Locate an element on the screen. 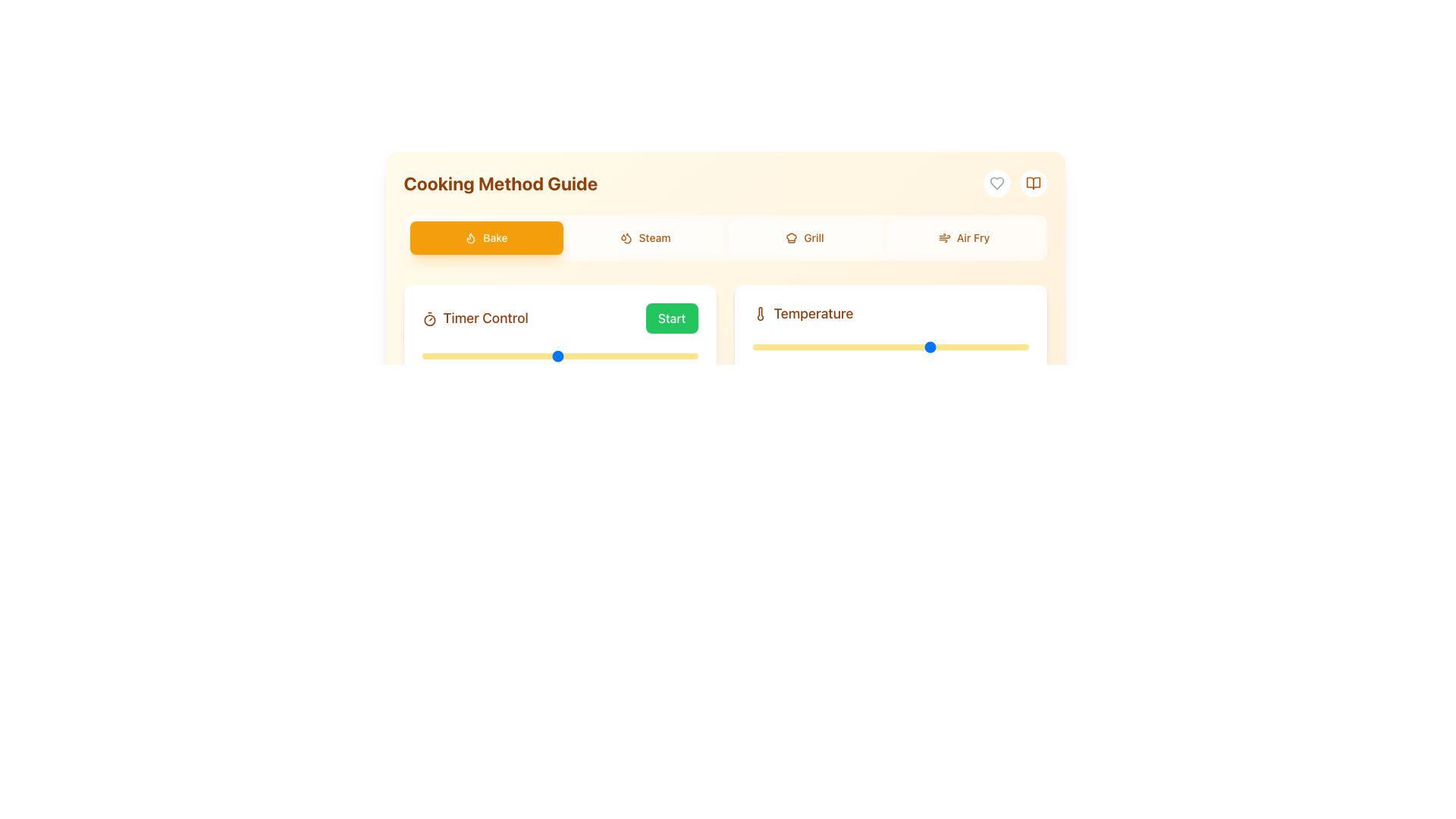 The width and height of the screenshot is (1456, 819). the timer slider is located at coordinates (515, 356).